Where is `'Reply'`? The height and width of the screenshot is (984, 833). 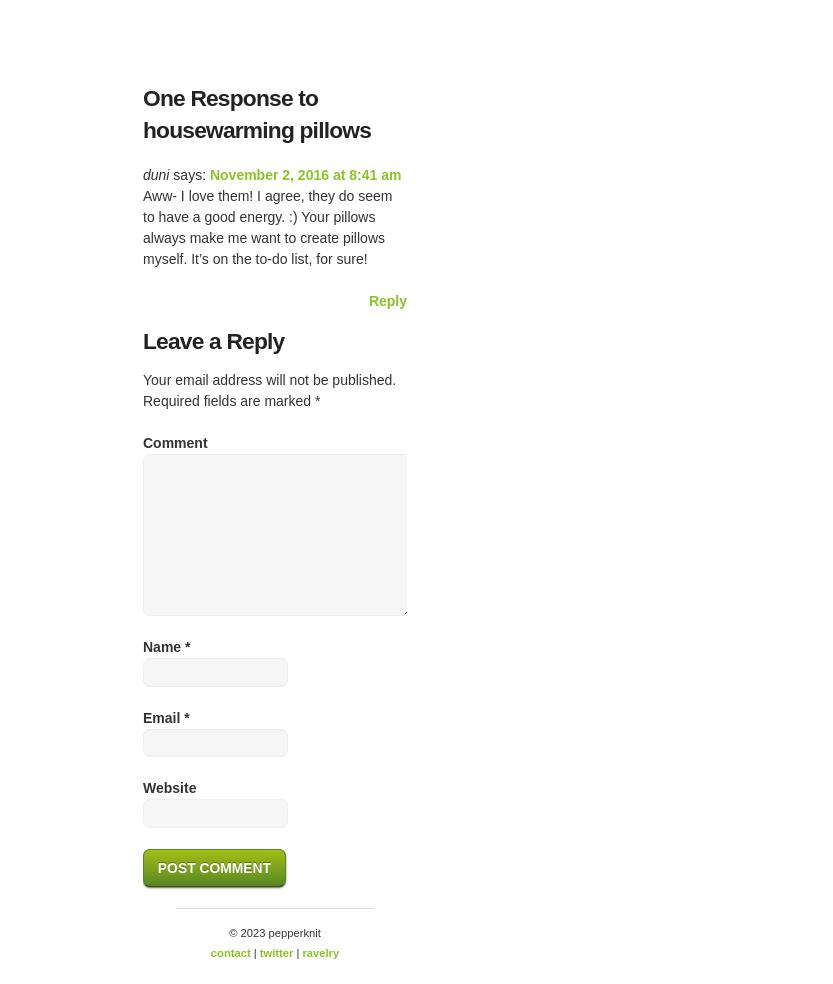 'Reply' is located at coordinates (387, 299).